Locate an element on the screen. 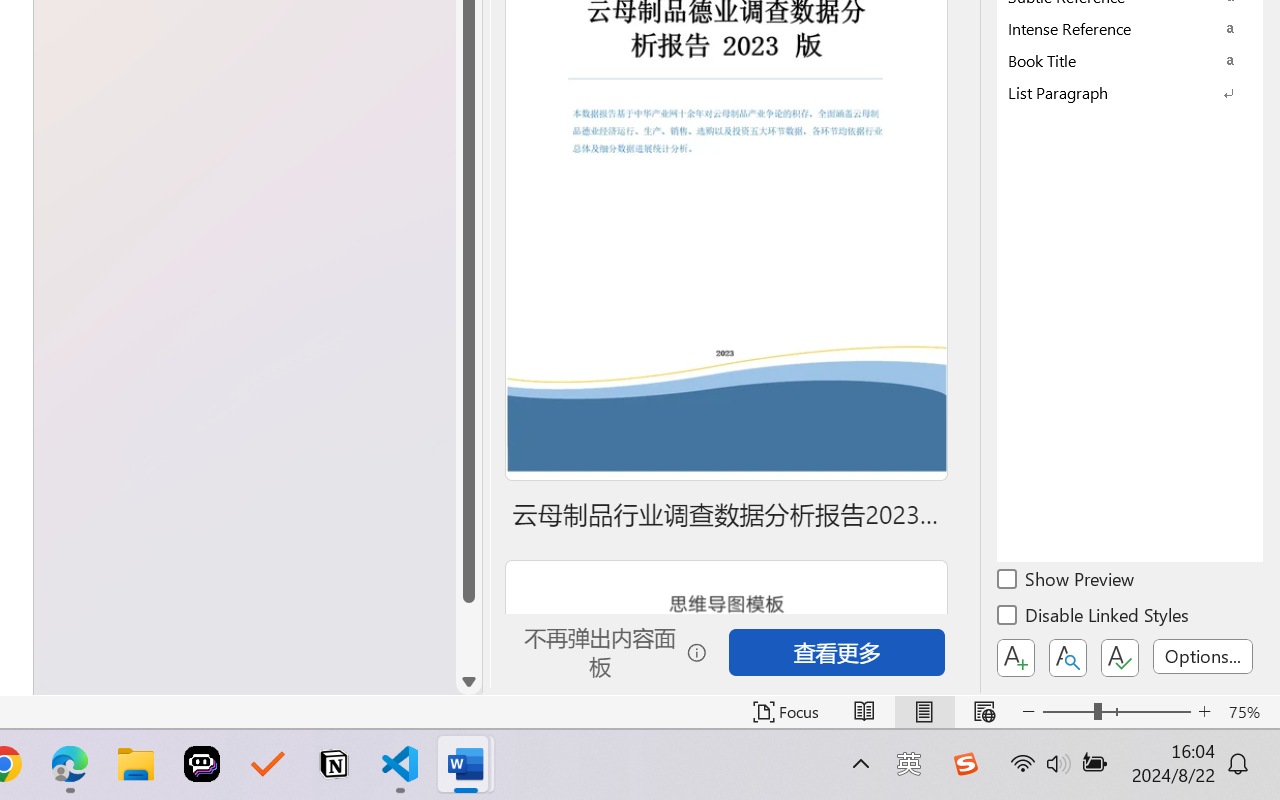  'Read Mode' is located at coordinates (864, 711).